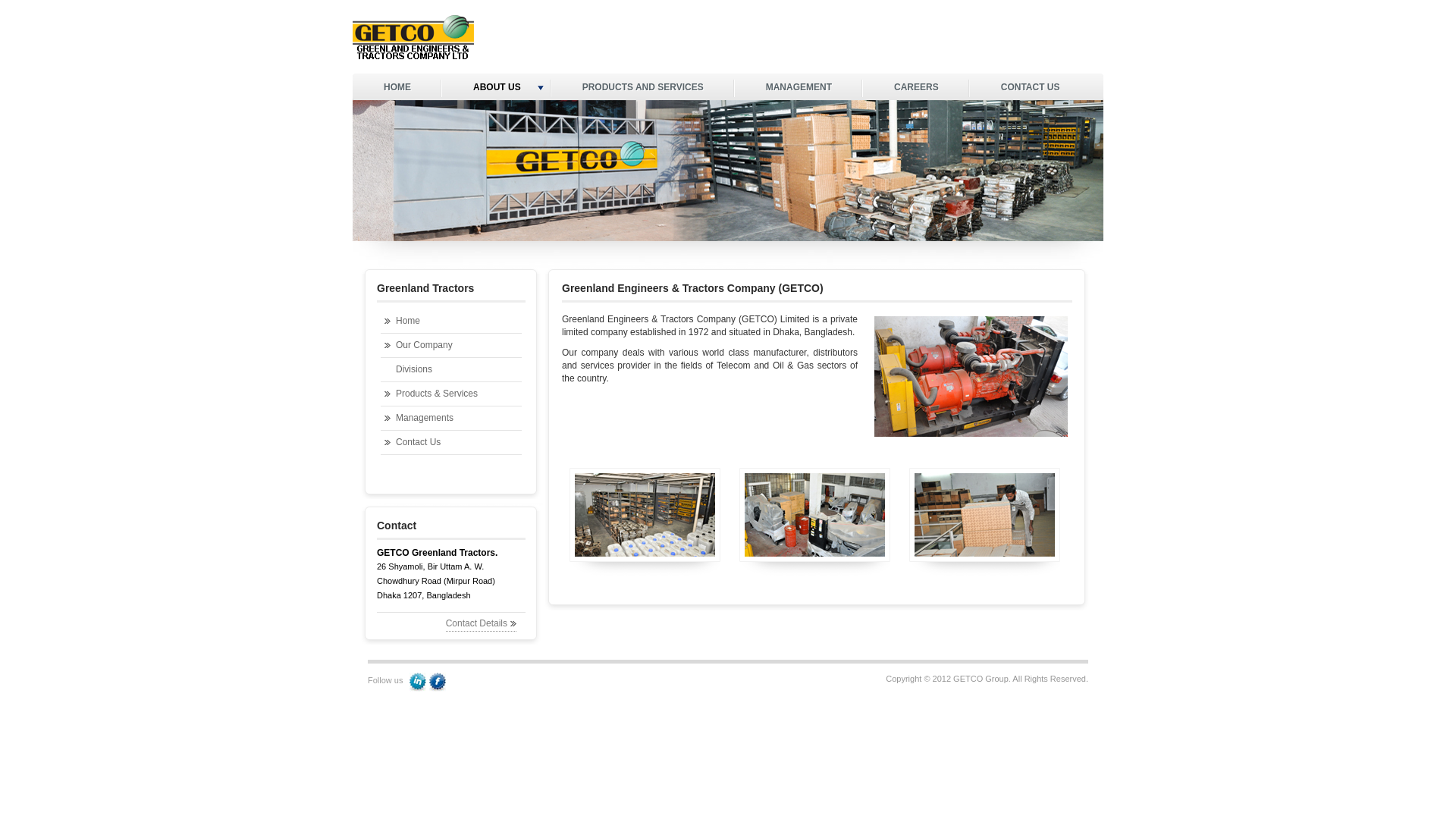 The width and height of the screenshot is (1456, 819). I want to click on 'ABOUT US', so click(496, 88).